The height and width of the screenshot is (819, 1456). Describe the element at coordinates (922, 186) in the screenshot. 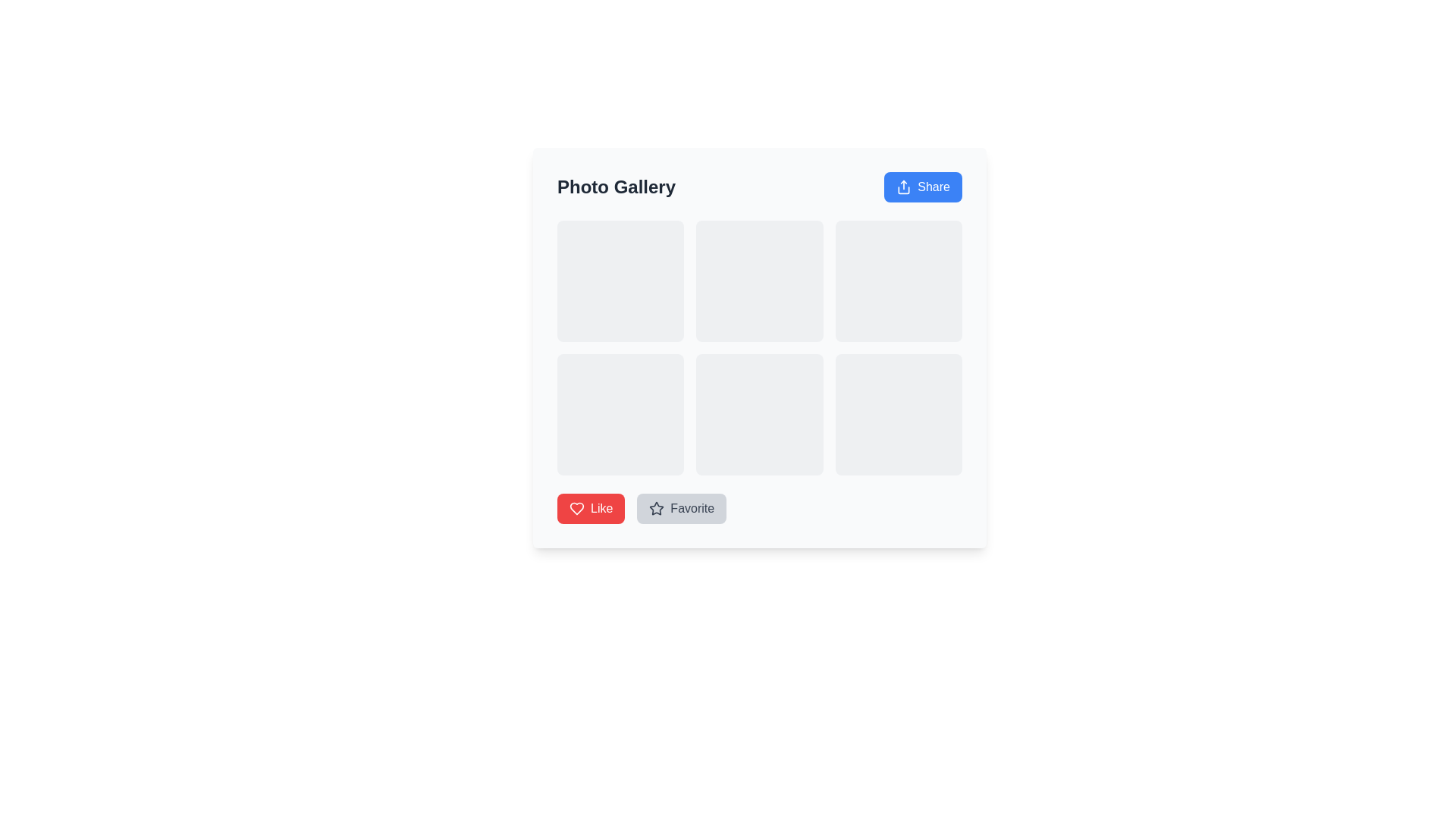

I see `the 'Share' button located in the upper right corner of the 'Photo Gallery' section` at that location.